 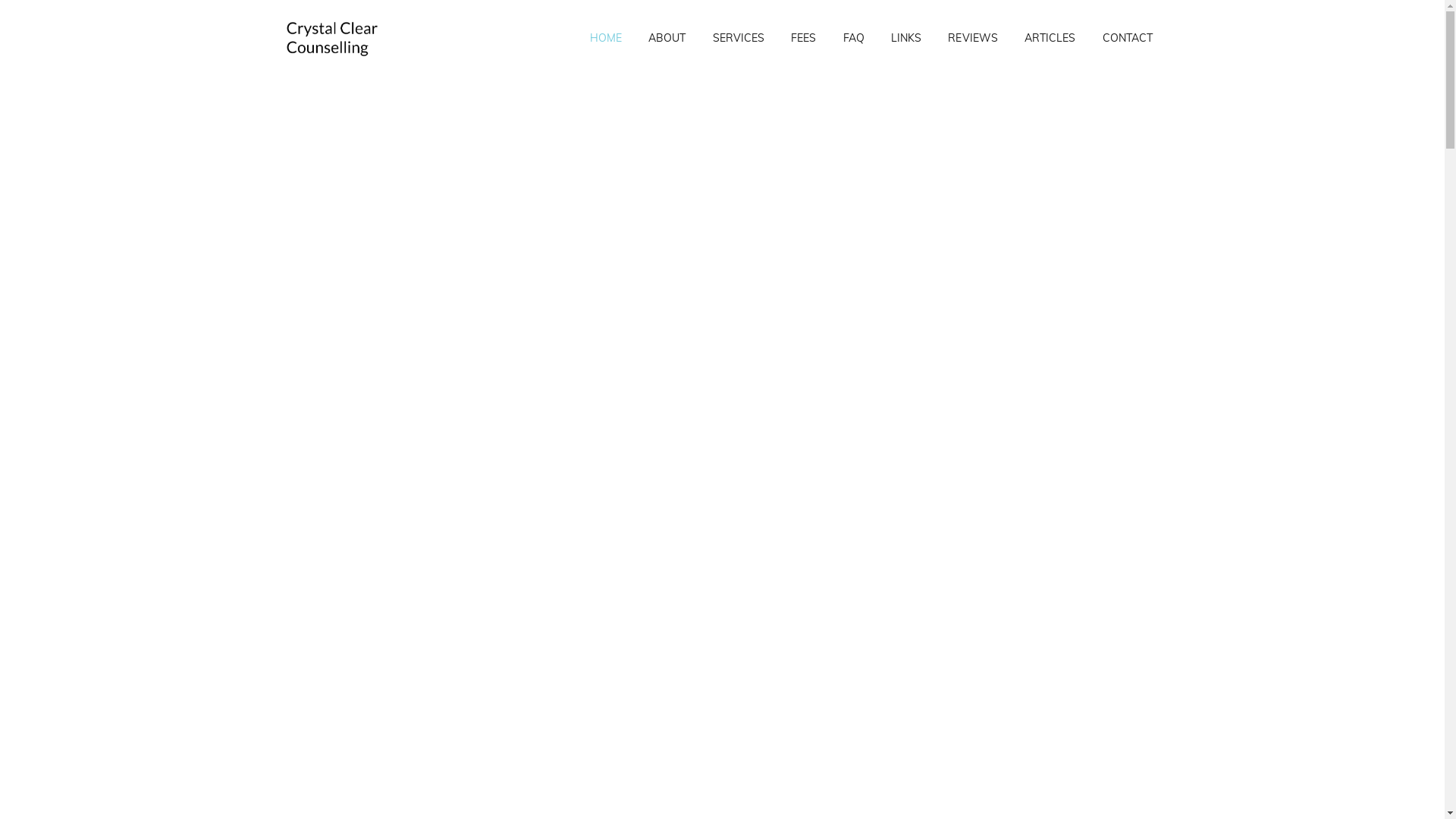 What do you see at coordinates (1049, 37) in the screenshot?
I see `'ARTICLES'` at bounding box center [1049, 37].